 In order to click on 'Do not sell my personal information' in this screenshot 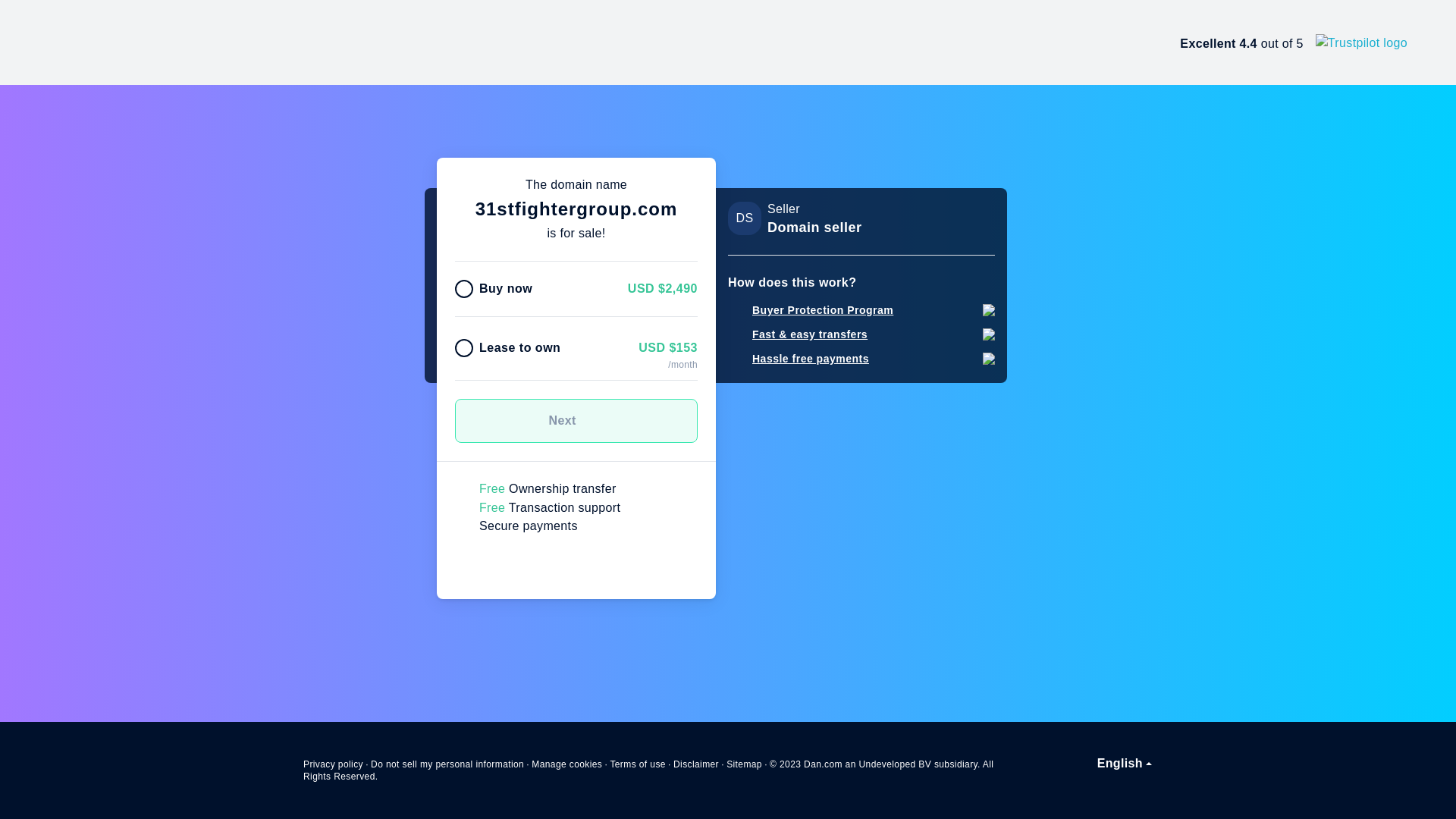, I will do `click(447, 764)`.